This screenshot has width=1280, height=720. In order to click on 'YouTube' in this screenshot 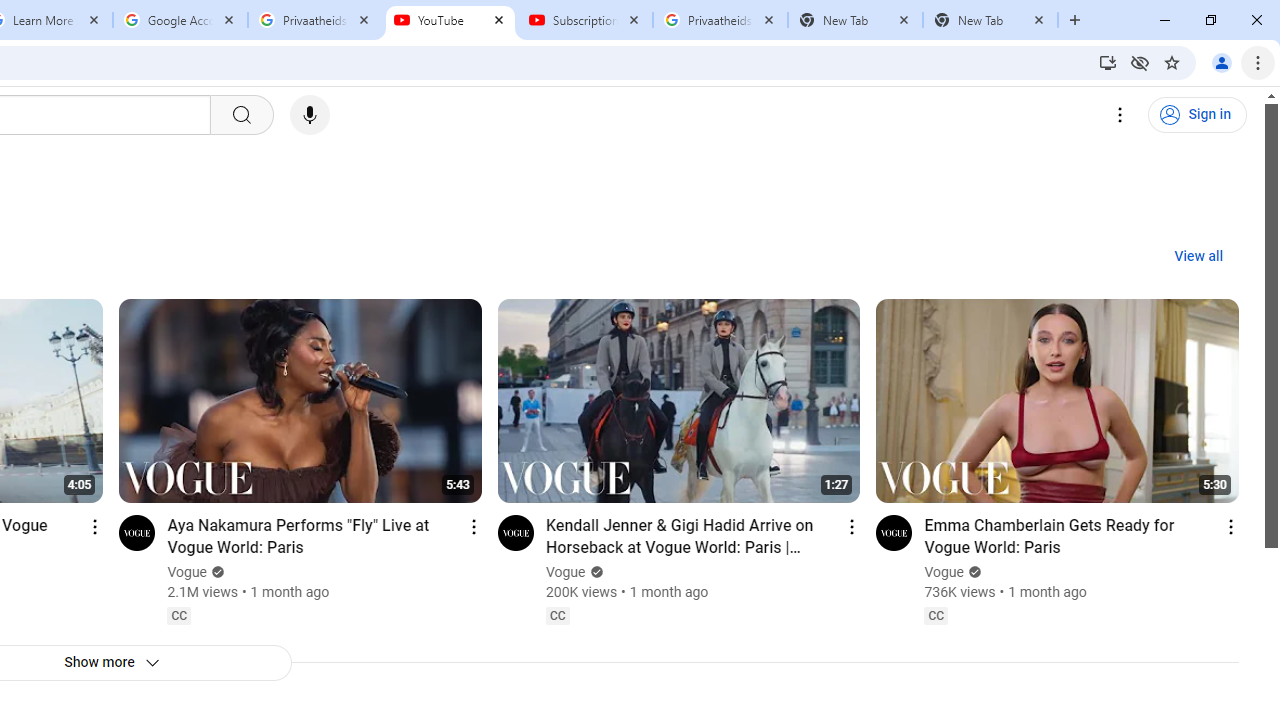, I will do `click(449, 20)`.